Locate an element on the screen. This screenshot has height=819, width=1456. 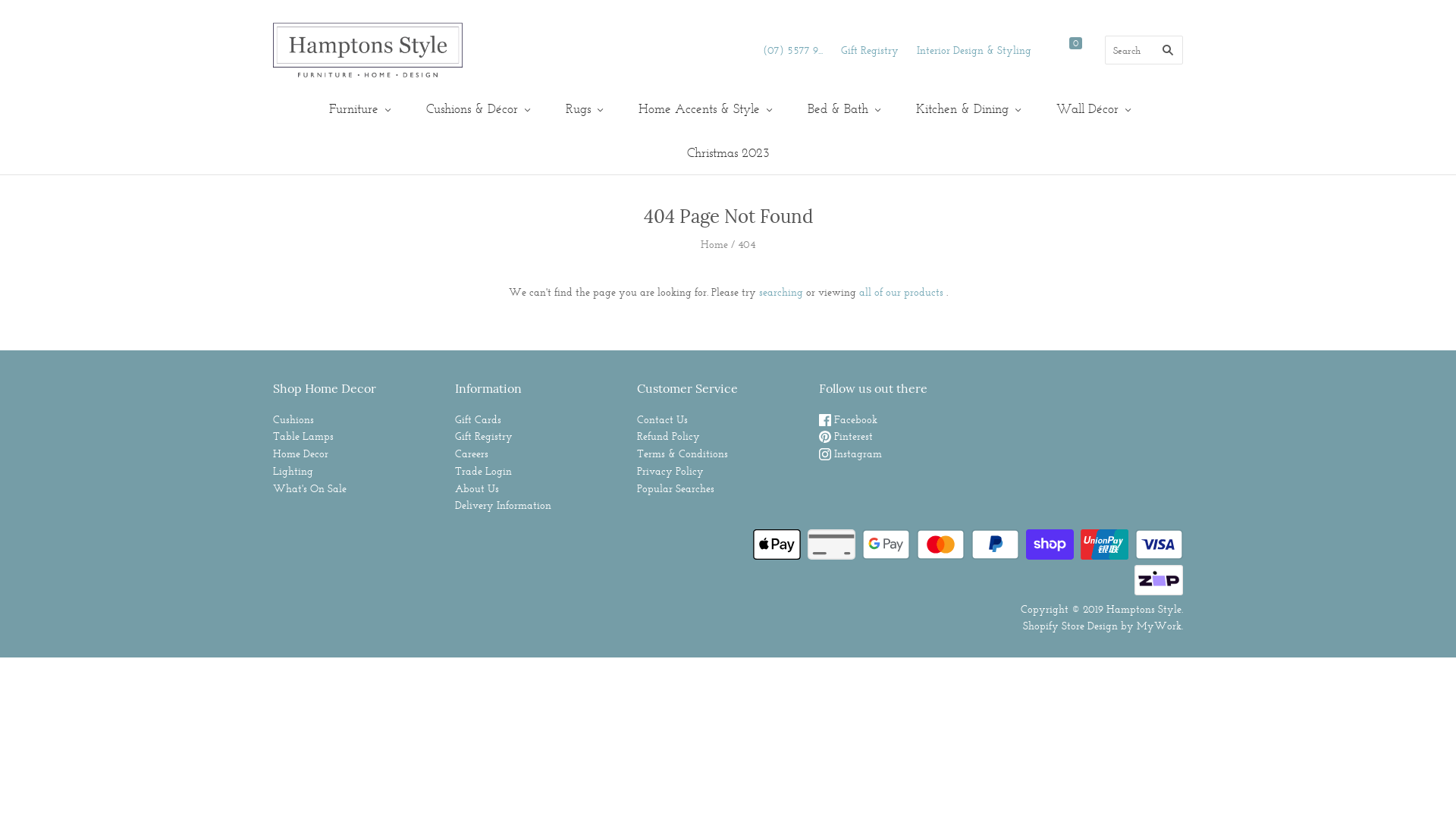
'Refund Policy' is located at coordinates (667, 435).